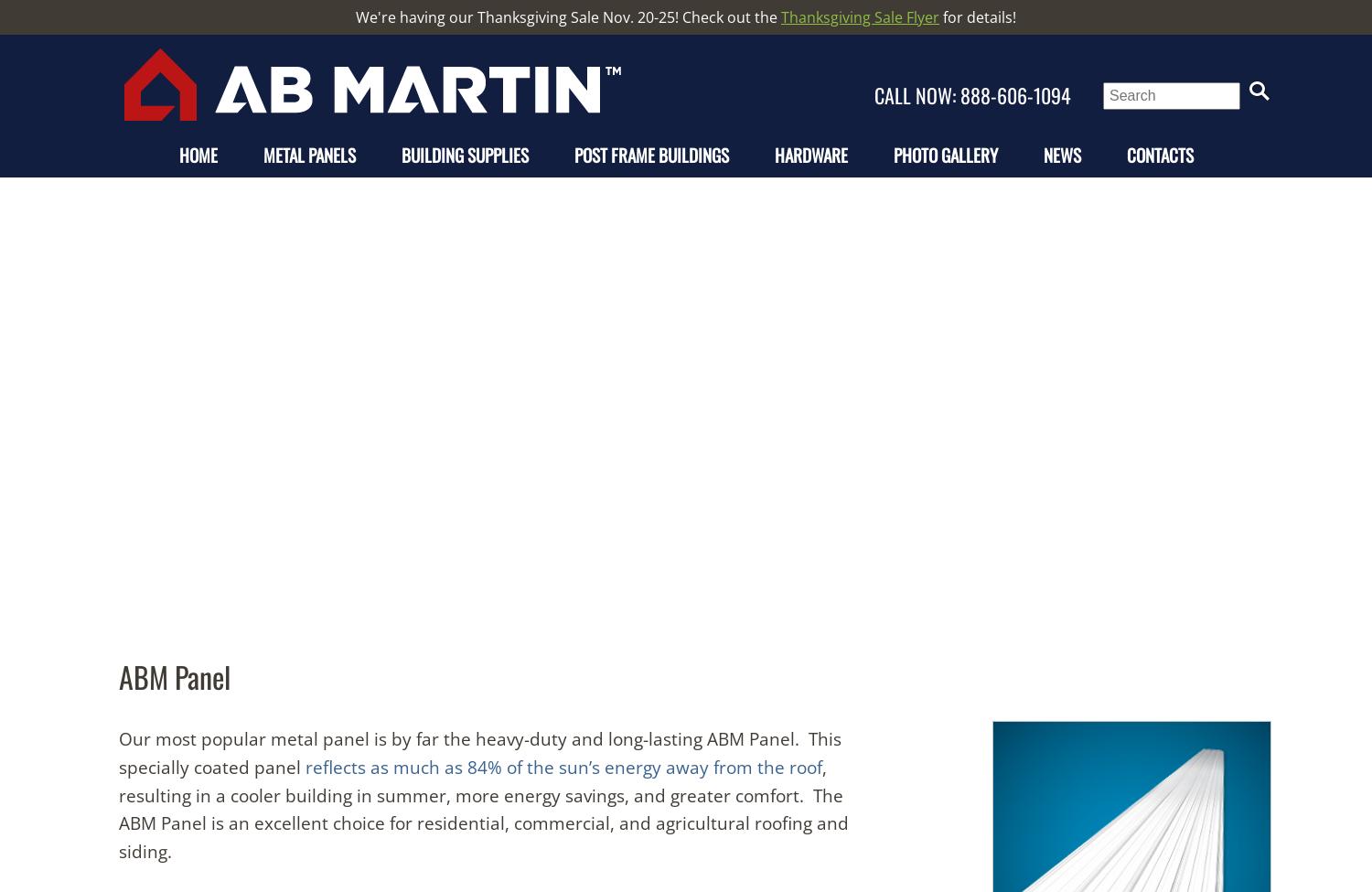  I want to click on 'Call Now: 888-606-1094', so click(974, 94).